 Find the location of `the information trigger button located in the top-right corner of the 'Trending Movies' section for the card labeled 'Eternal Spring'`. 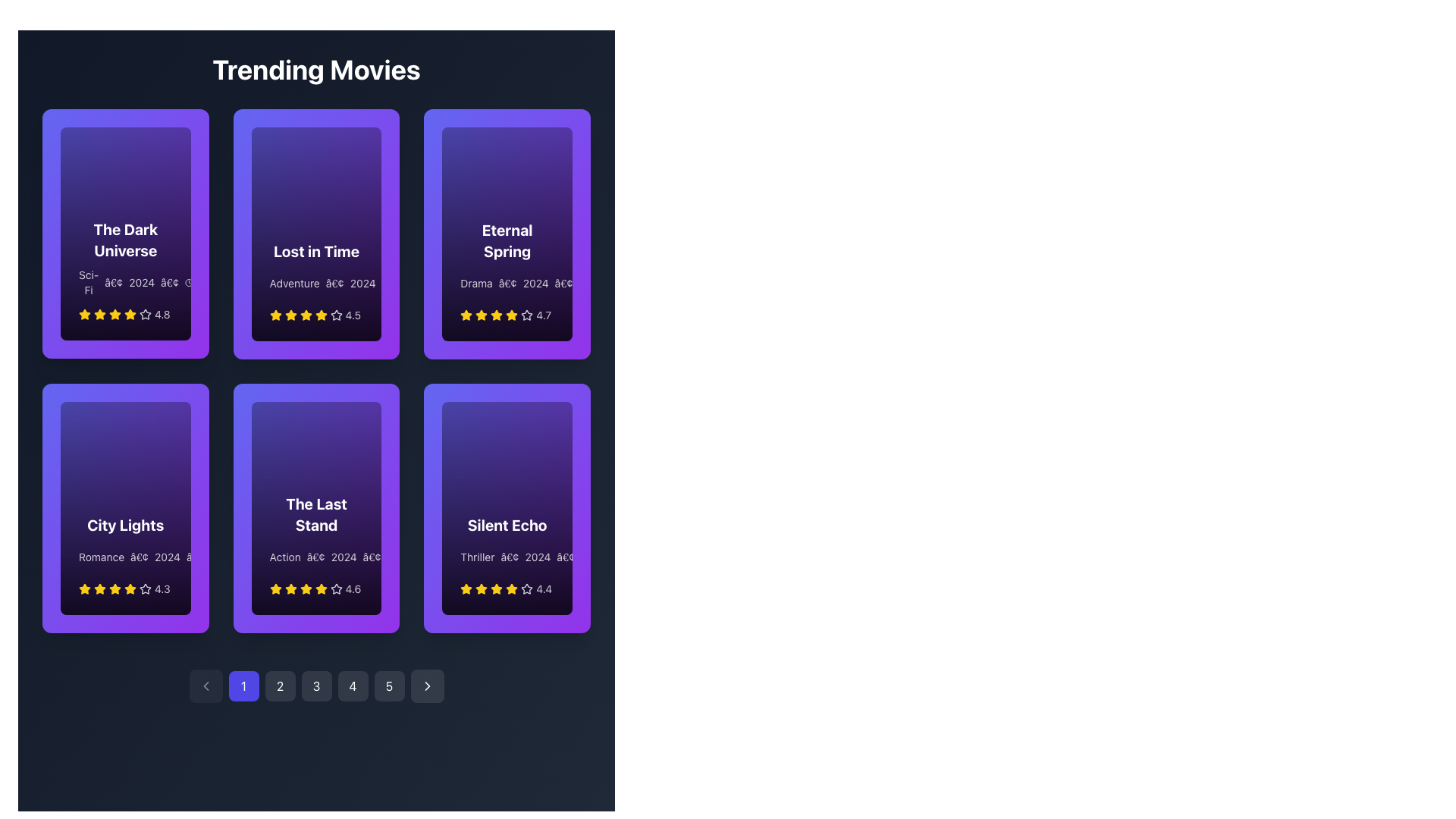

the information trigger button located in the top-right corner of the 'Trending Movies' section for the card labeled 'Eternal Spring' is located at coordinates (538, 140).